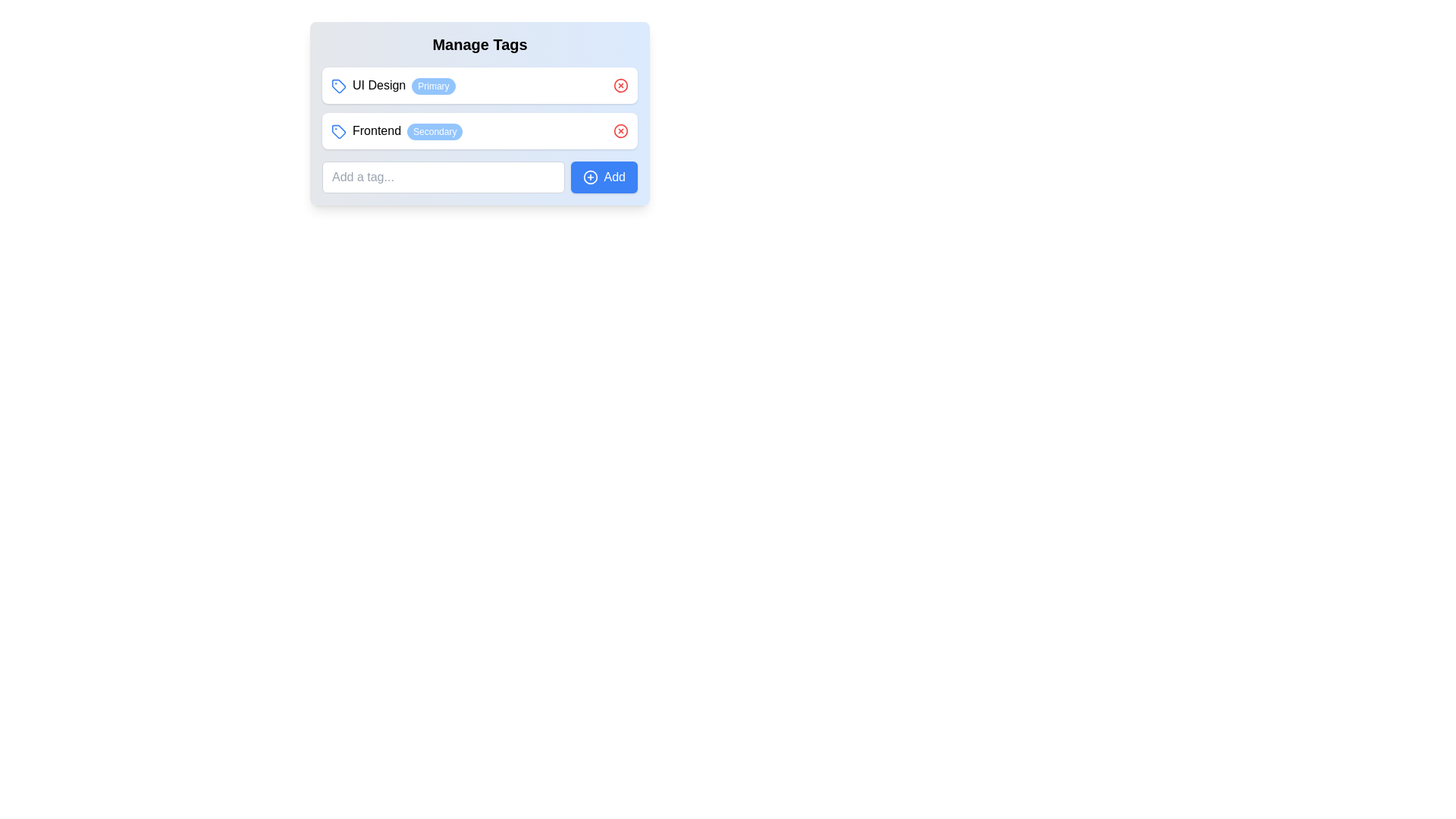  What do you see at coordinates (432, 86) in the screenshot?
I see `the label with the text 'Primary' that has a light blue background and white text, positioned to the right of 'UI Design'` at bounding box center [432, 86].